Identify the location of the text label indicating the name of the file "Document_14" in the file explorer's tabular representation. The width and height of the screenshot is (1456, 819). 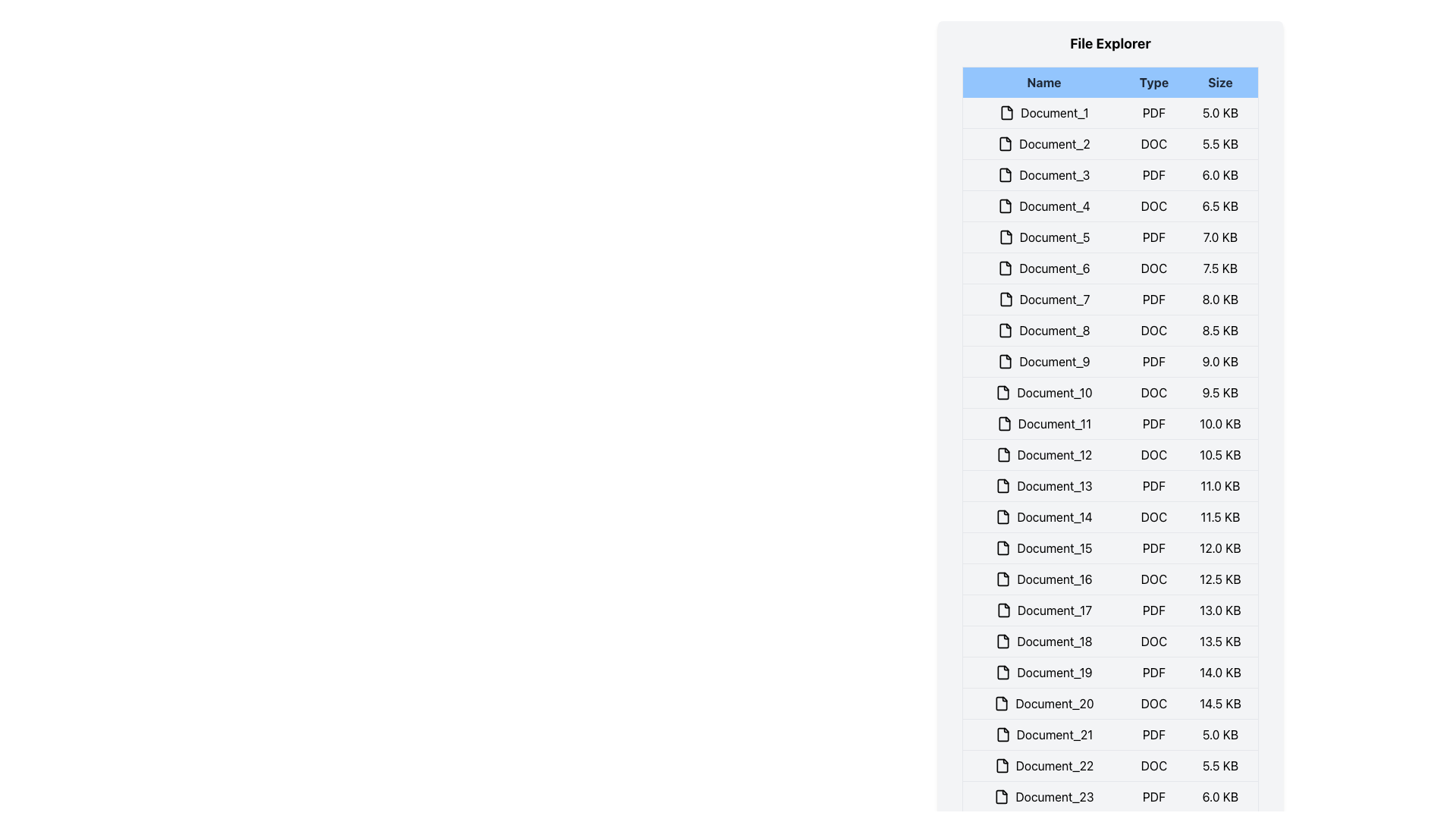
(1043, 516).